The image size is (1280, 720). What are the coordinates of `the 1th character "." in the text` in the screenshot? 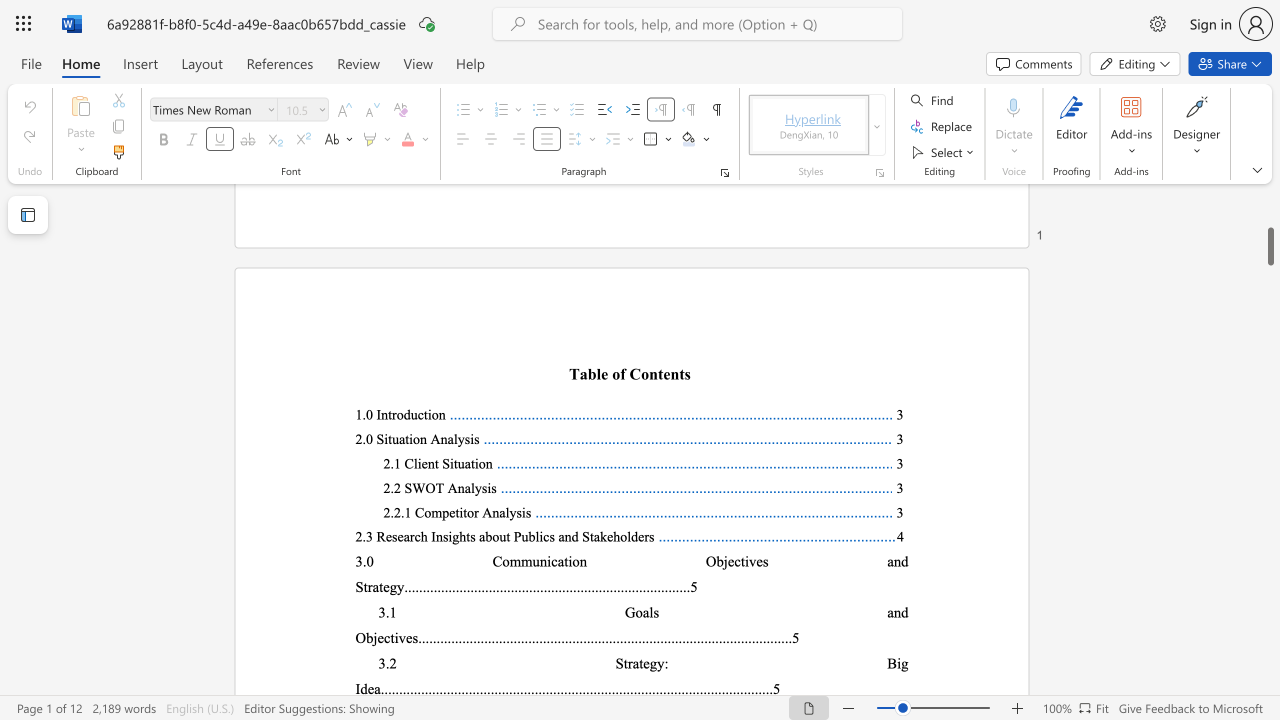 It's located at (392, 488).